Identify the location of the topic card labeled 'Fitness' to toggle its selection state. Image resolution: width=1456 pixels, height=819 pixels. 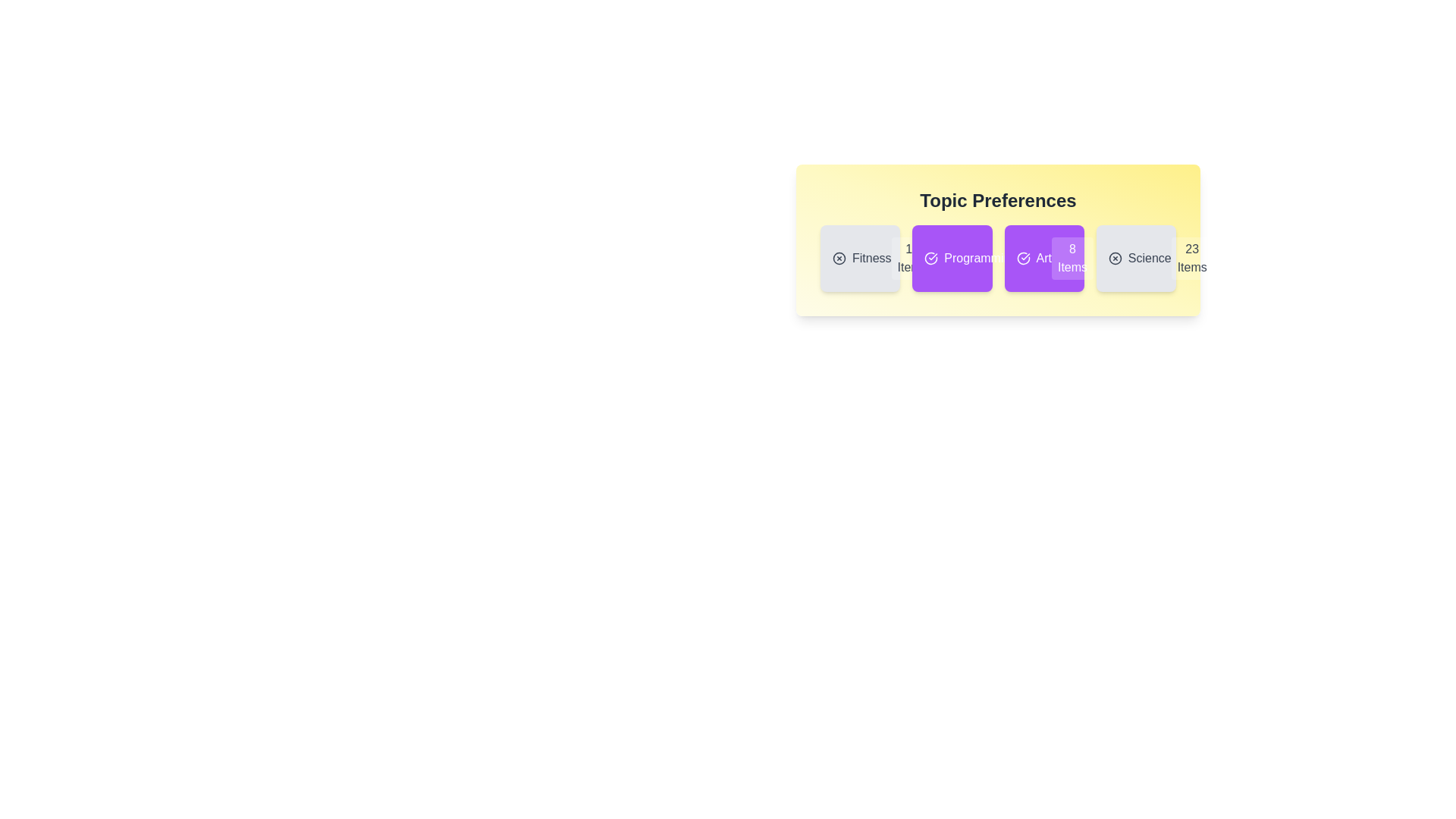
(860, 257).